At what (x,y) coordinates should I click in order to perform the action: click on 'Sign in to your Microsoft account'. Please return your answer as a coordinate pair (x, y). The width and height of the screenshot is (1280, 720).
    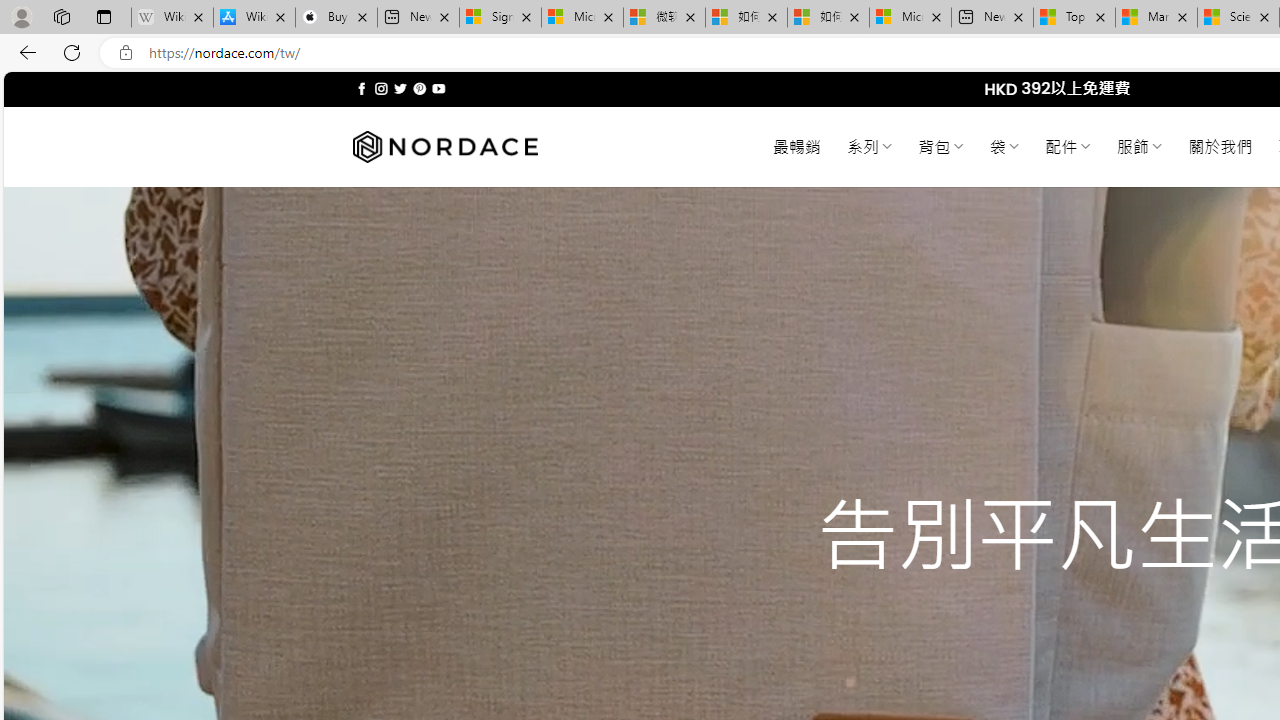
    Looking at the image, I should click on (500, 17).